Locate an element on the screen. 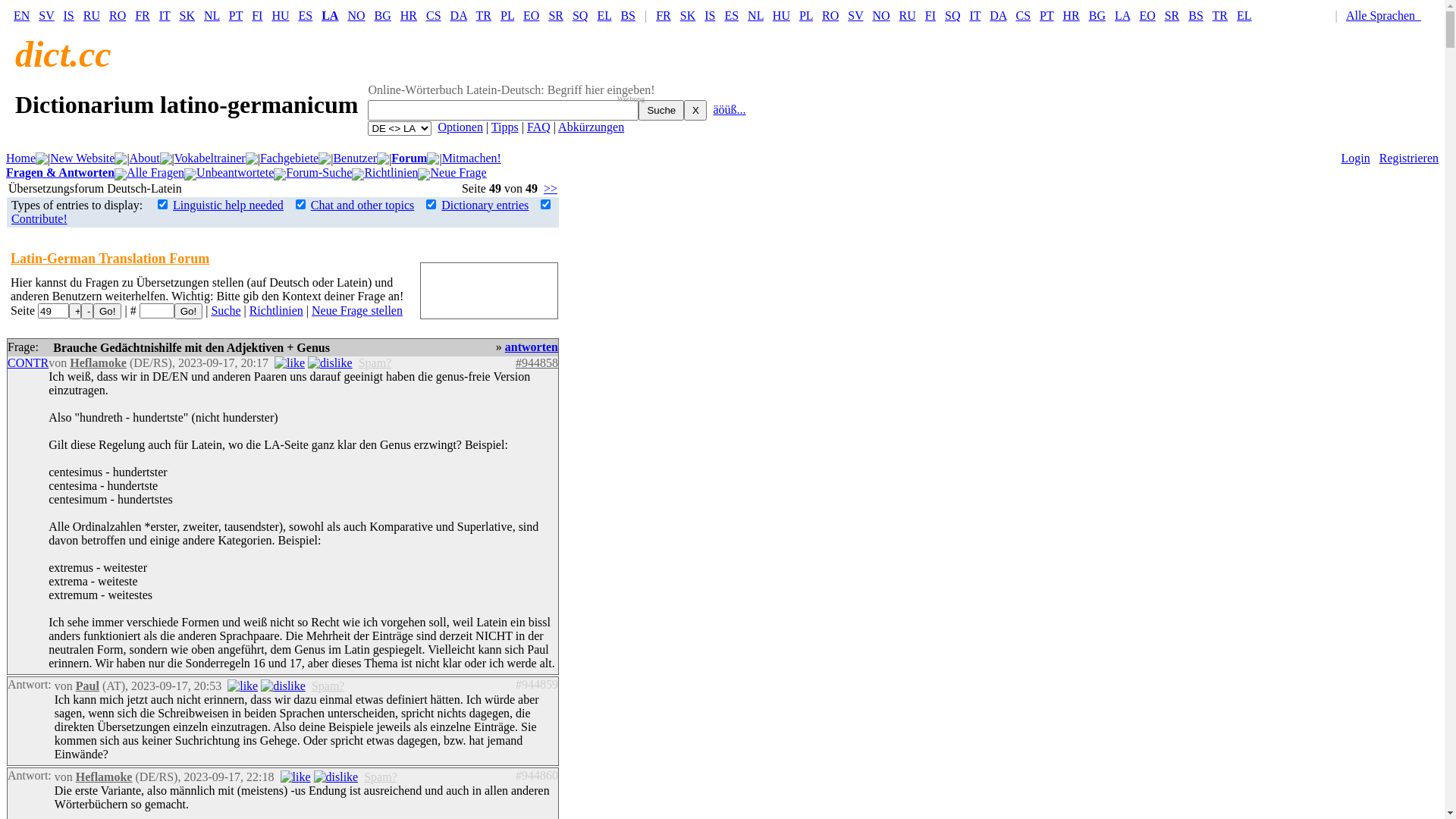 The image size is (1456, 819). 'Fragen & Antworten' is located at coordinates (60, 171).